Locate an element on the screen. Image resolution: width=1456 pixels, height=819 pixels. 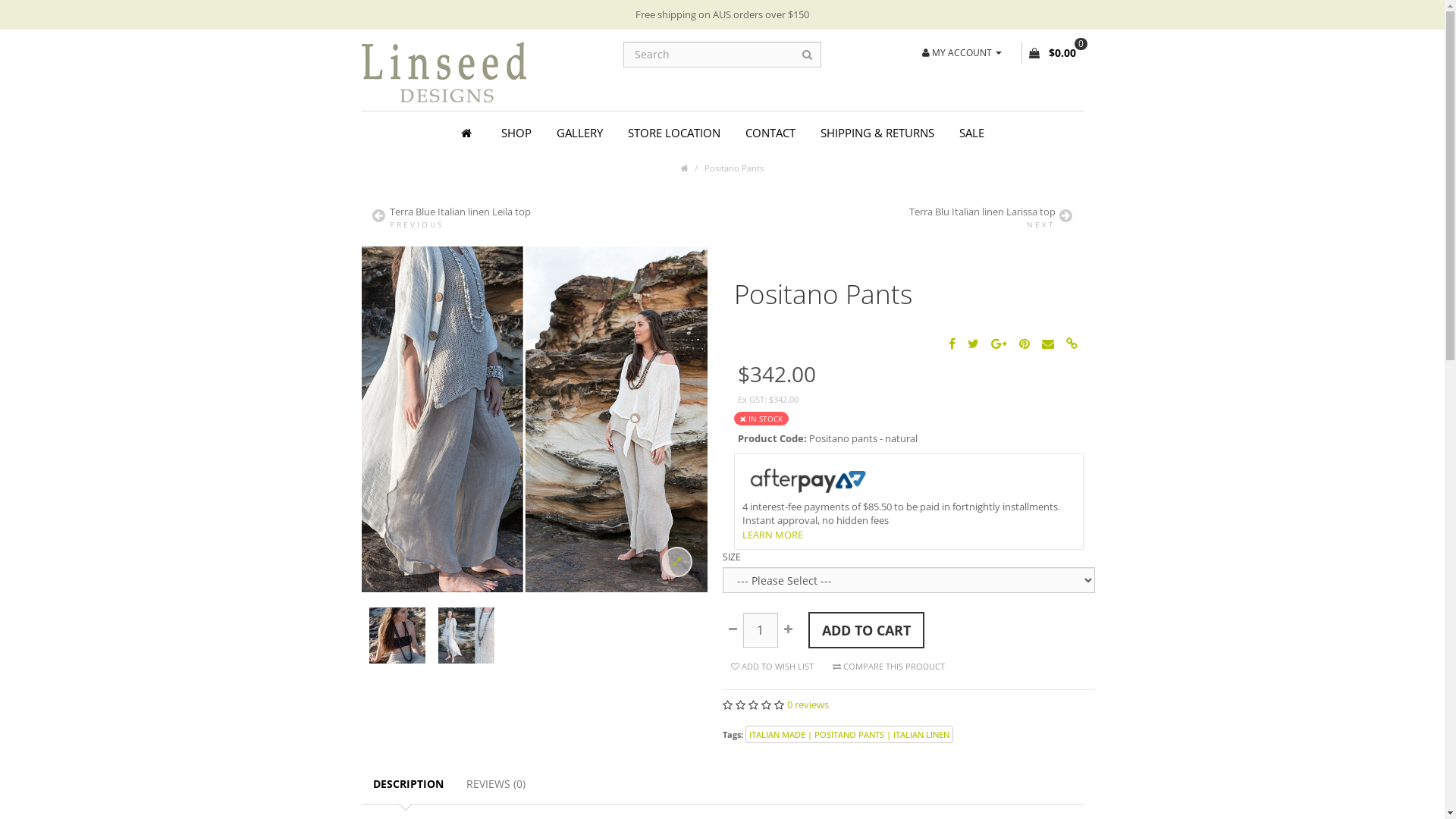
'SHIPPING & RETURNS' is located at coordinates (877, 131).